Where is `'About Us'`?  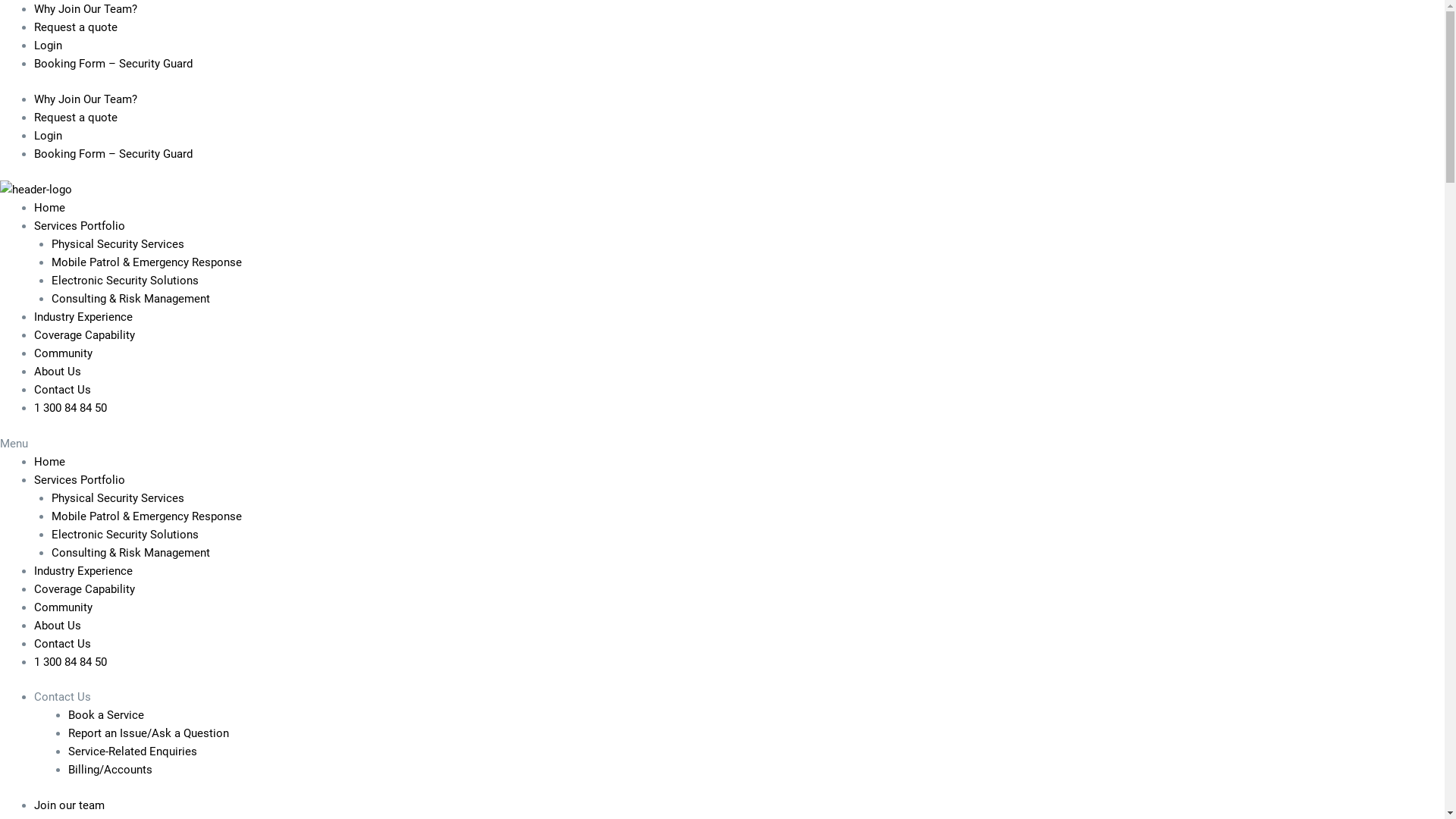
'About Us' is located at coordinates (58, 626).